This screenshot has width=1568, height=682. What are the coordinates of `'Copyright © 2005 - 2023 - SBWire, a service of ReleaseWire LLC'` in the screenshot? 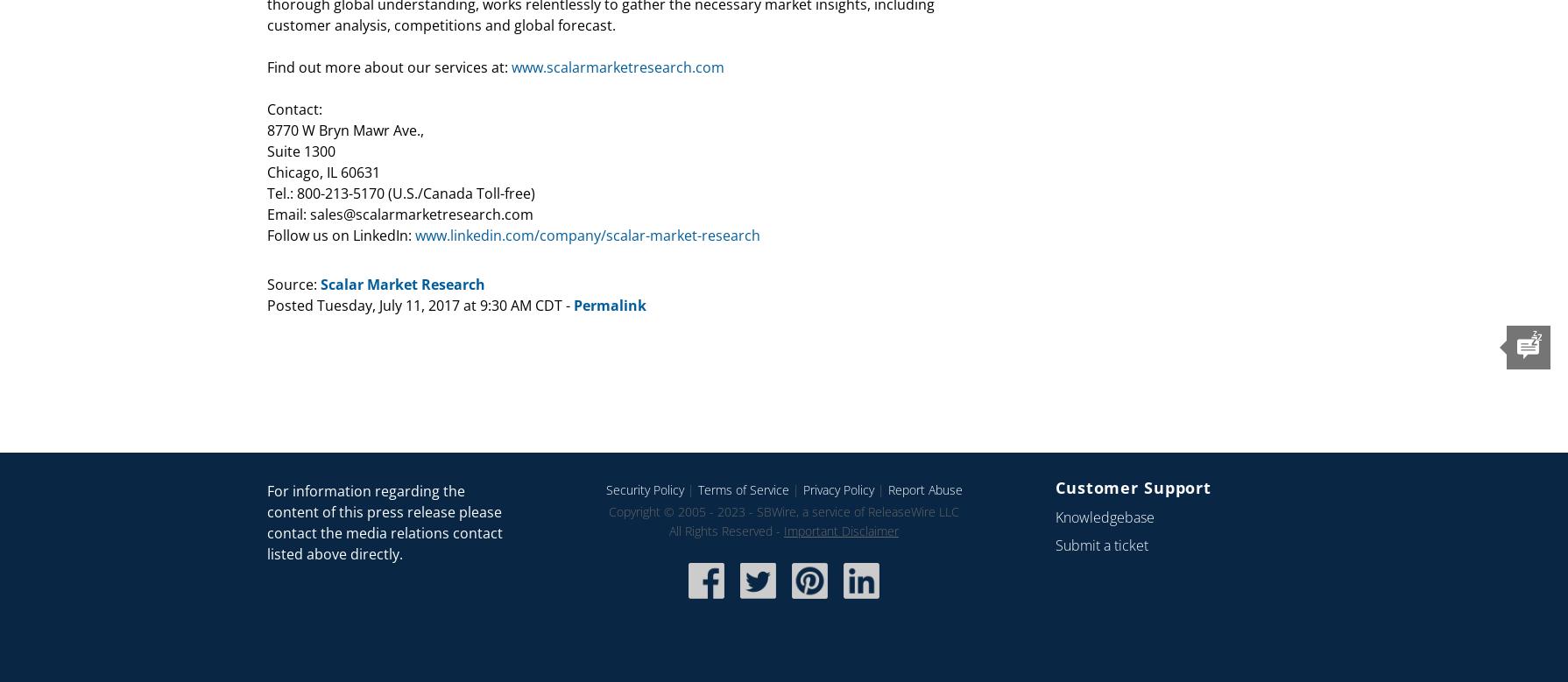 It's located at (784, 510).